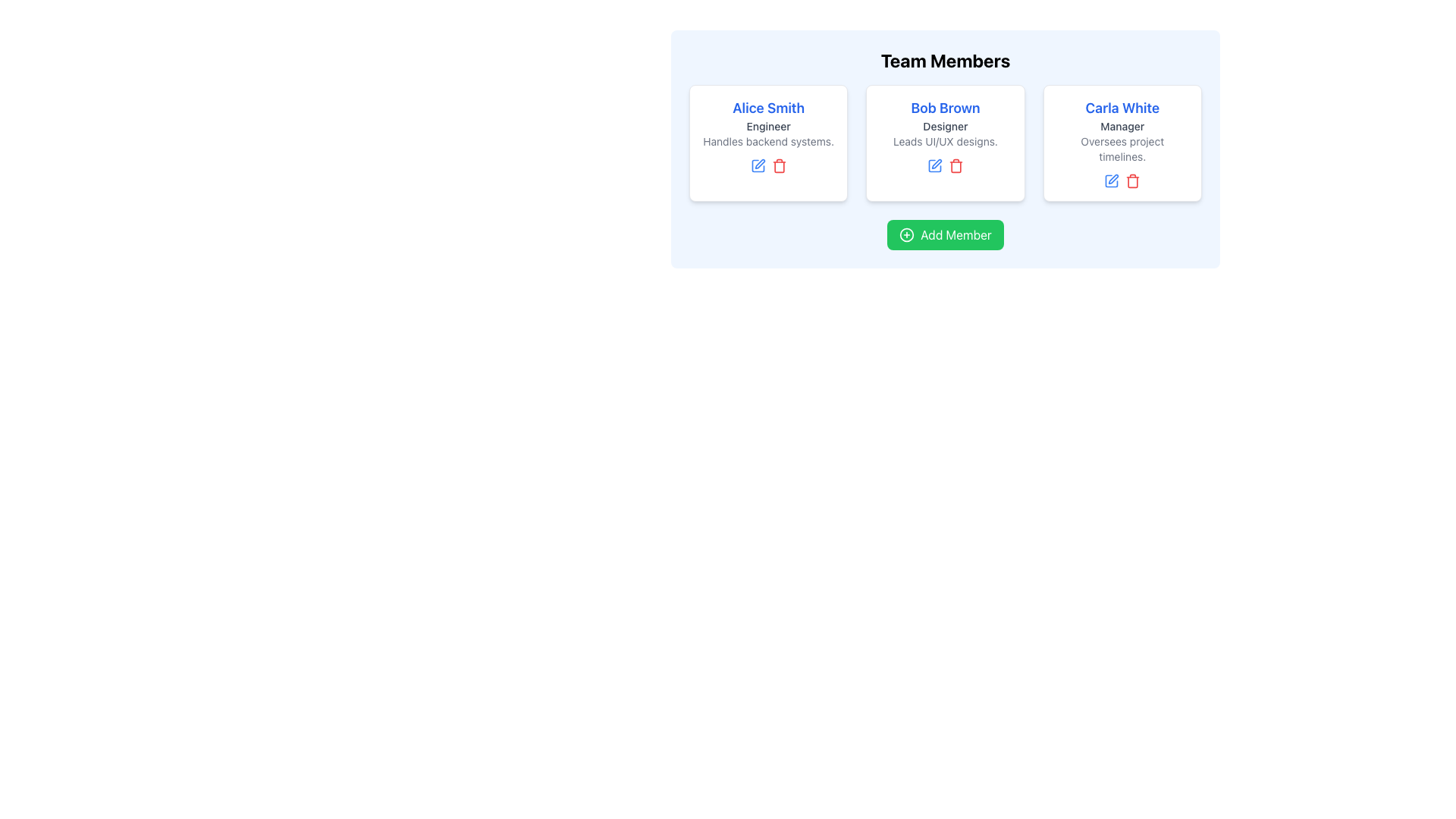  I want to click on the text label styled in gray, positioned beneath 'Carla White' and above the description text 'Oversees project timelines.', so click(1122, 125).